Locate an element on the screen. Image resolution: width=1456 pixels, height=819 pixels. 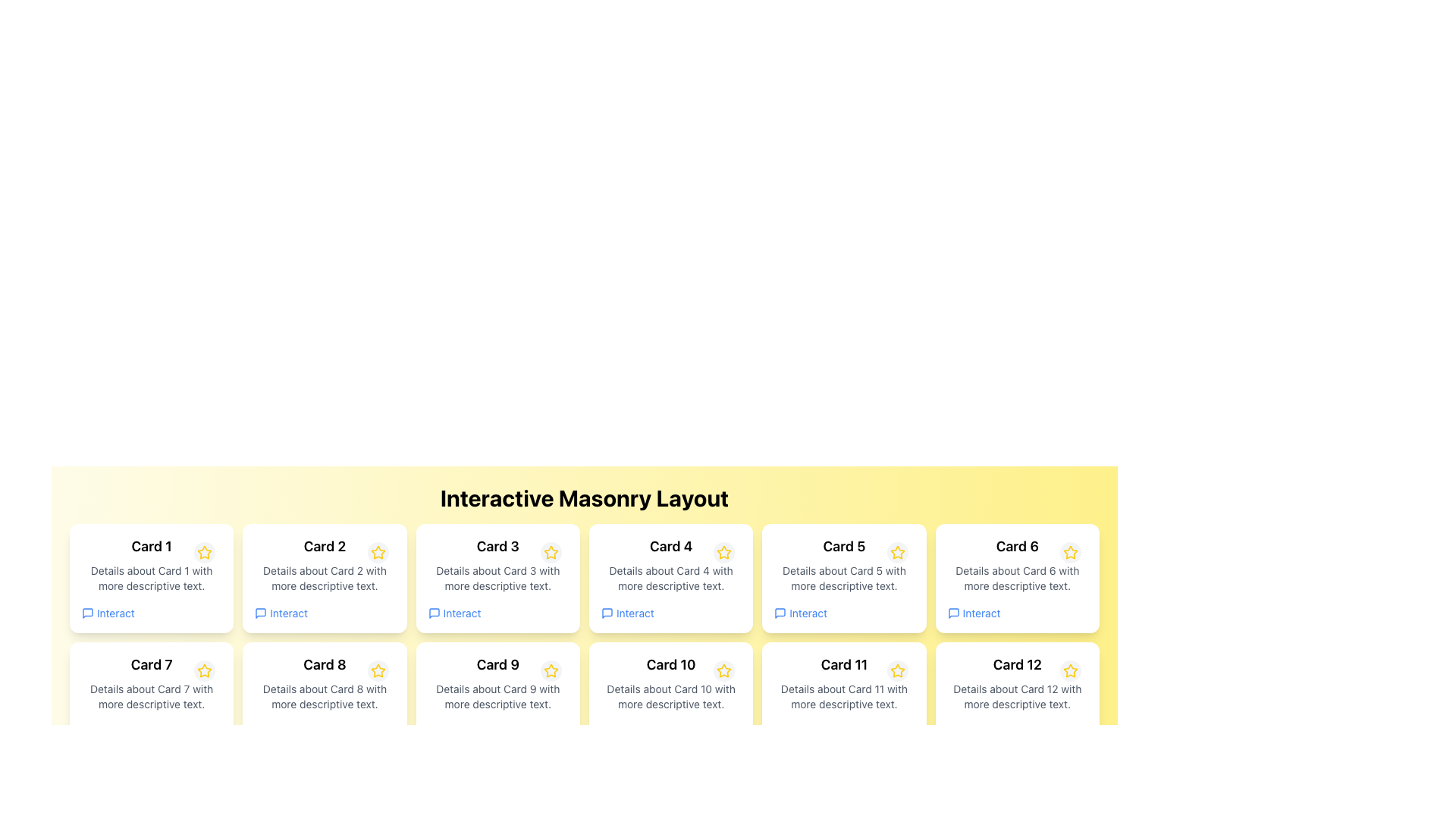
the favorite marking icon is located at coordinates (723, 553).